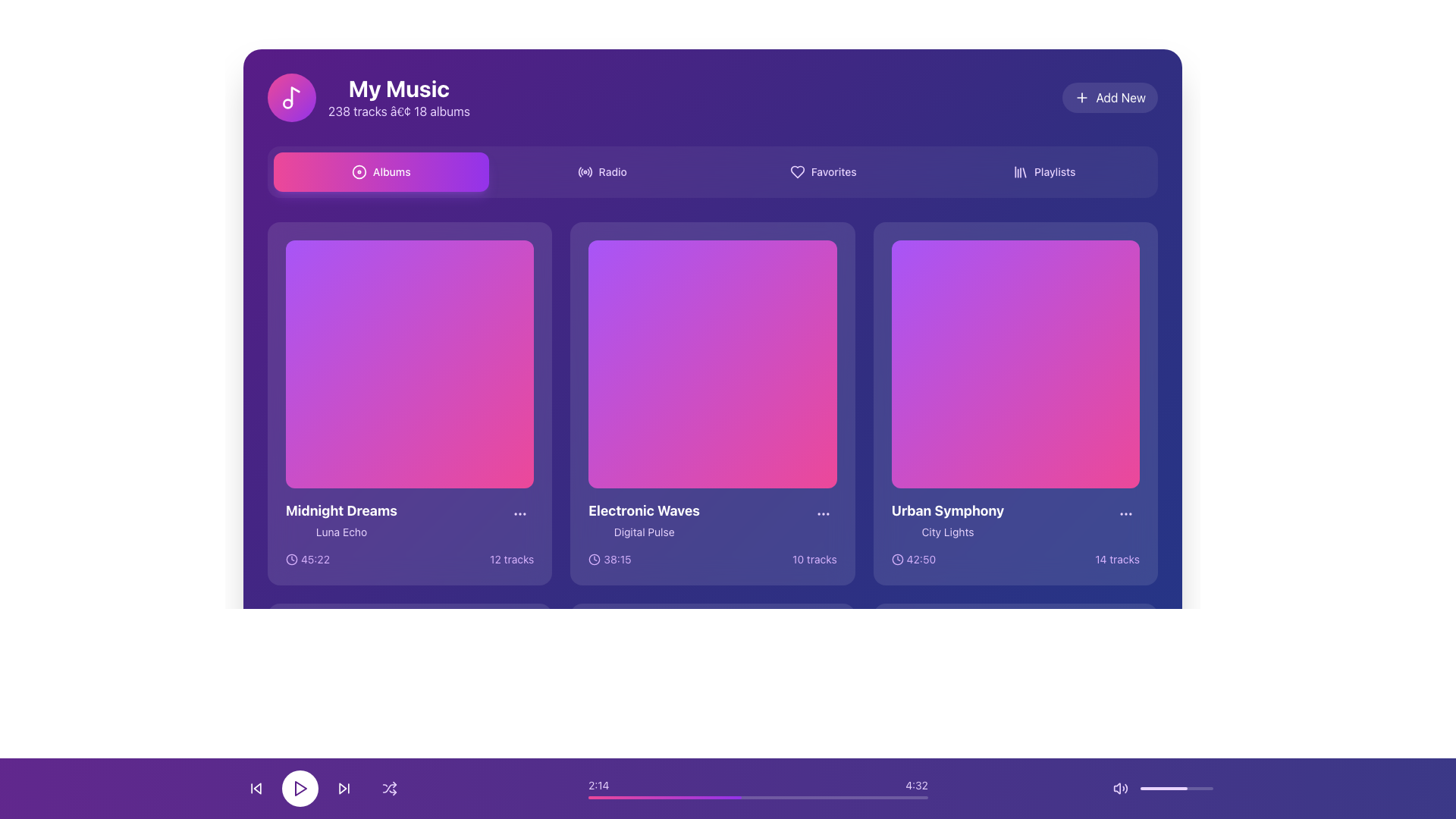 This screenshot has height=819, width=1456. What do you see at coordinates (307, 560) in the screenshot?
I see `the Label with the clock icon displaying '45:22', which is styled with light purple on a dark purple background and is located beneath the album 'Midnight Dreams'` at bounding box center [307, 560].